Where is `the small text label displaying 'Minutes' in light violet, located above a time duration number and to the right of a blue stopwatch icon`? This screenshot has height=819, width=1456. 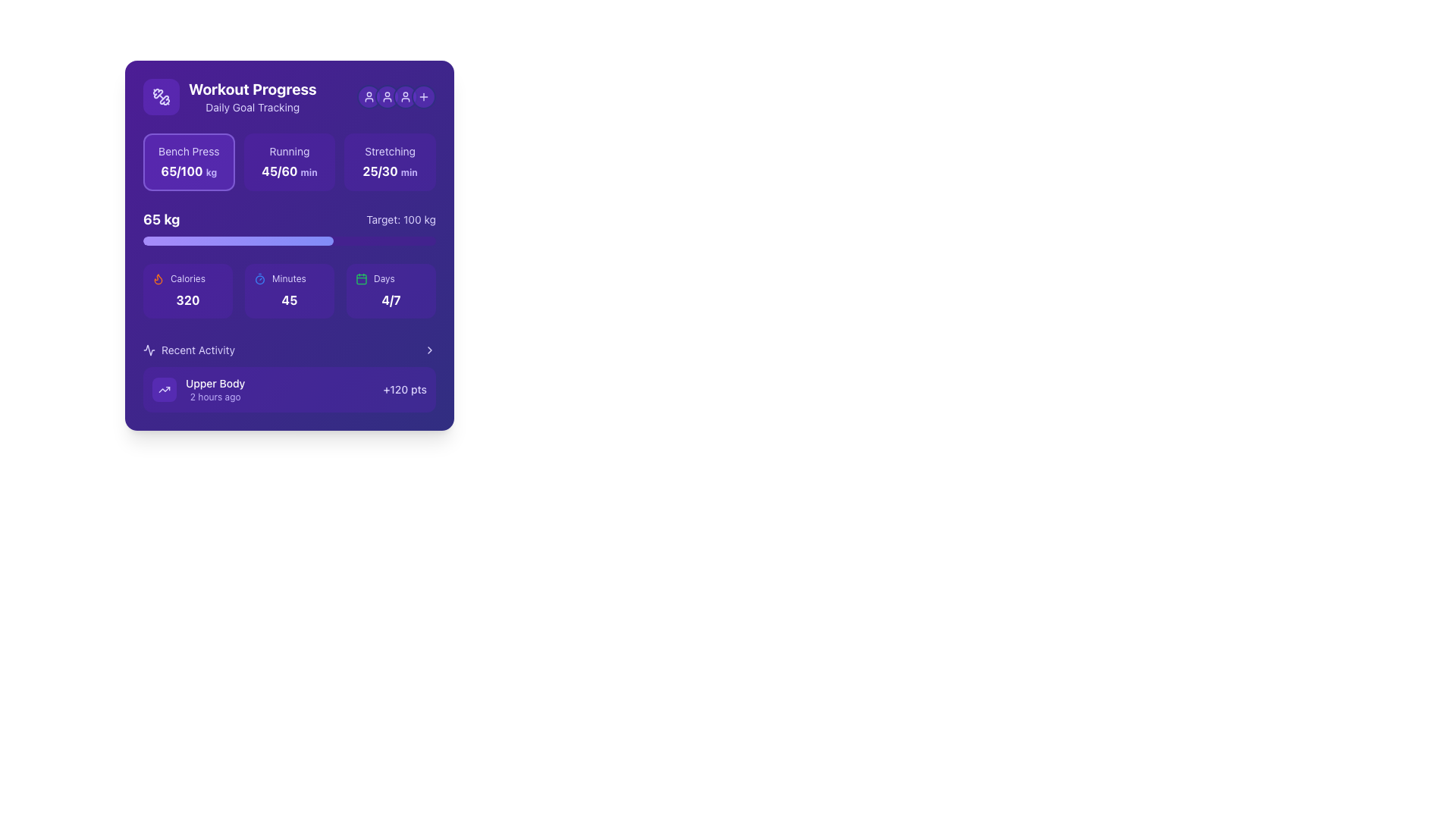 the small text label displaying 'Minutes' in light violet, located above a time duration number and to the right of a blue stopwatch icon is located at coordinates (289, 278).